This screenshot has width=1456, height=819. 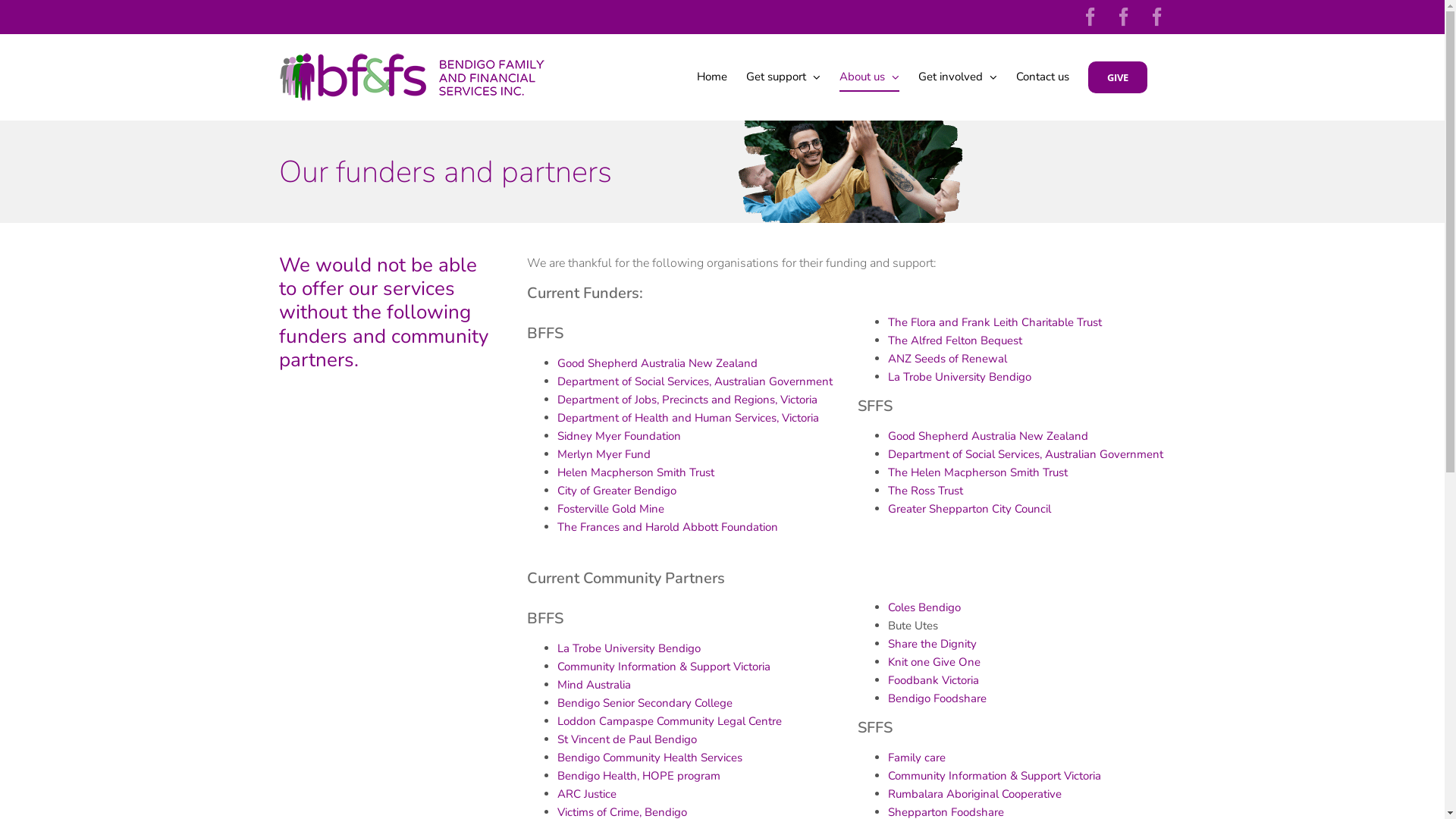 I want to click on 'Facebook', so click(x=1080, y=17).